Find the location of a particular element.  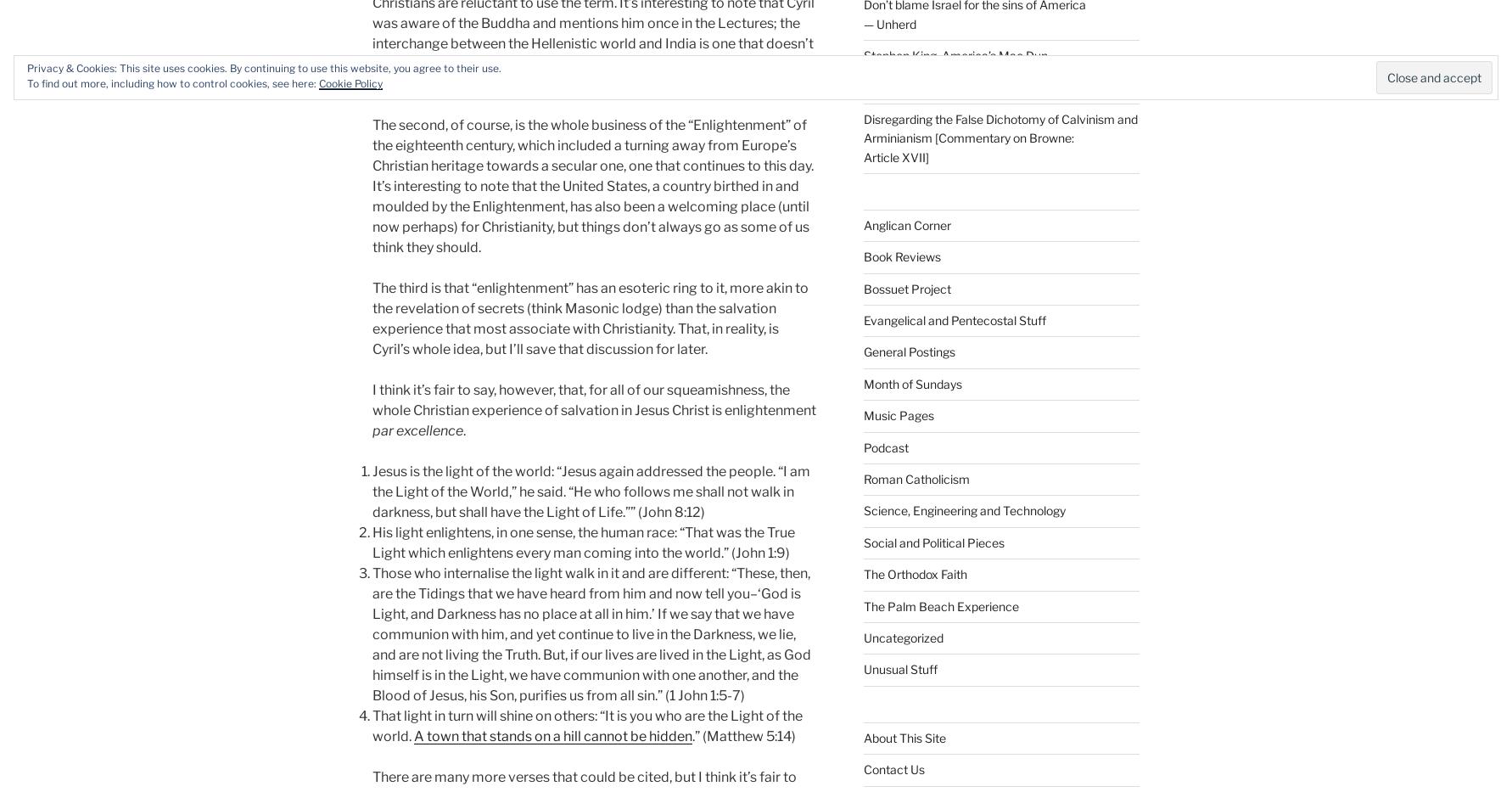

'Roman Catholicism' is located at coordinates (916, 478).